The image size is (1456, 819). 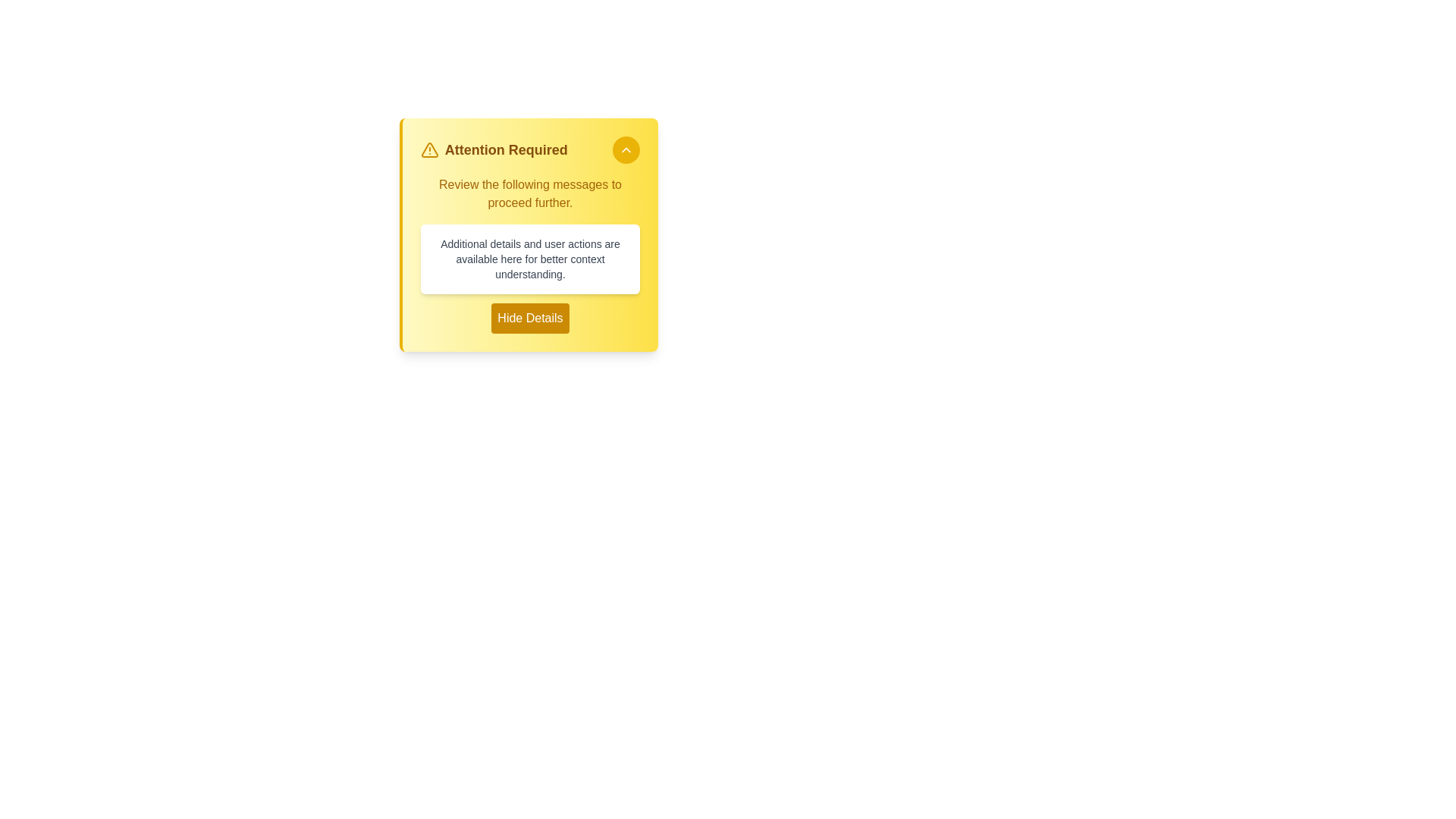 What do you see at coordinates (626, 149) in the screenshot?
I see `top-right button to toggle the alert panel` at bounding box center [626, 149].